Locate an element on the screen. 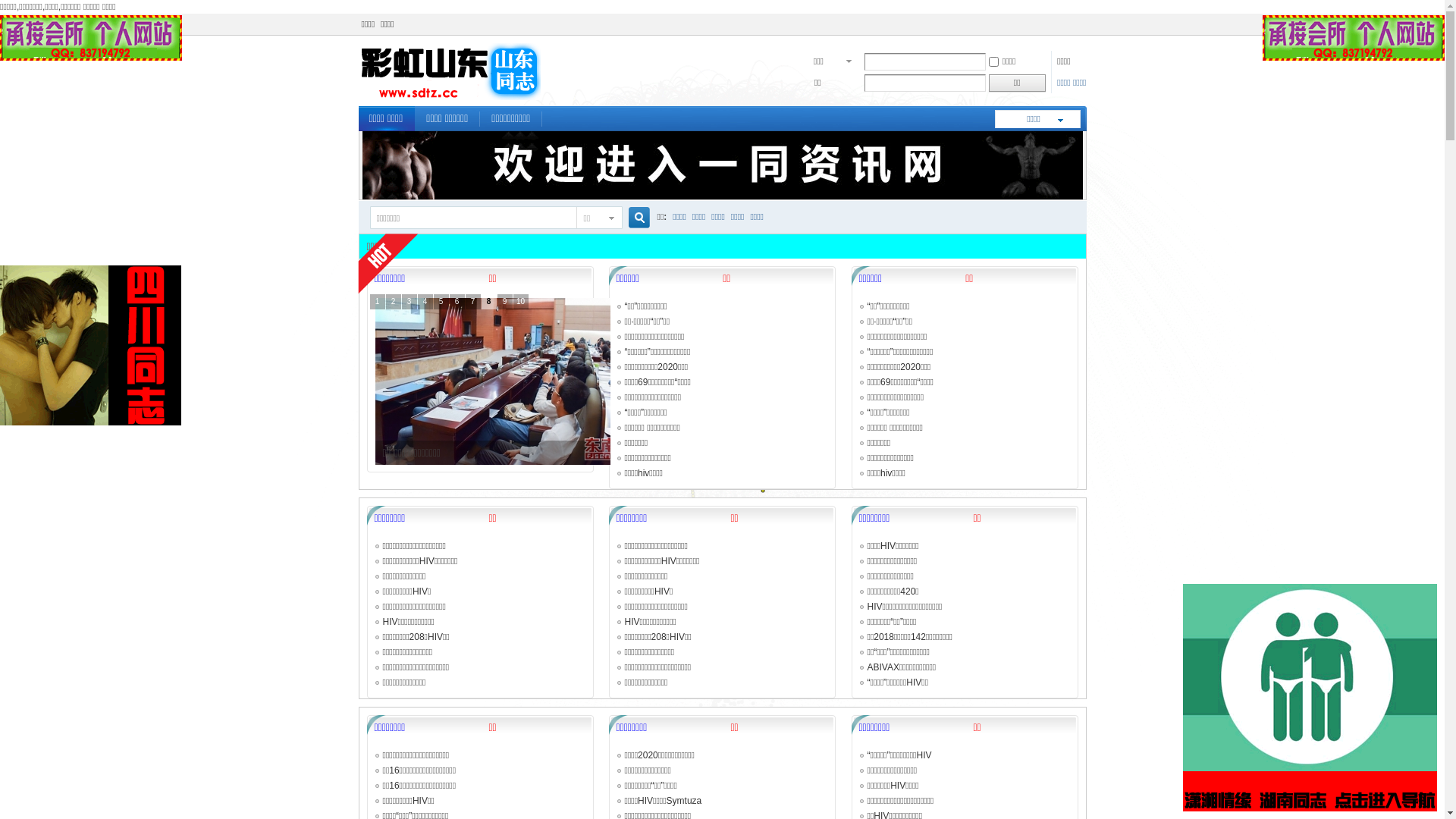  'true' is located at coordinates (632, 218).